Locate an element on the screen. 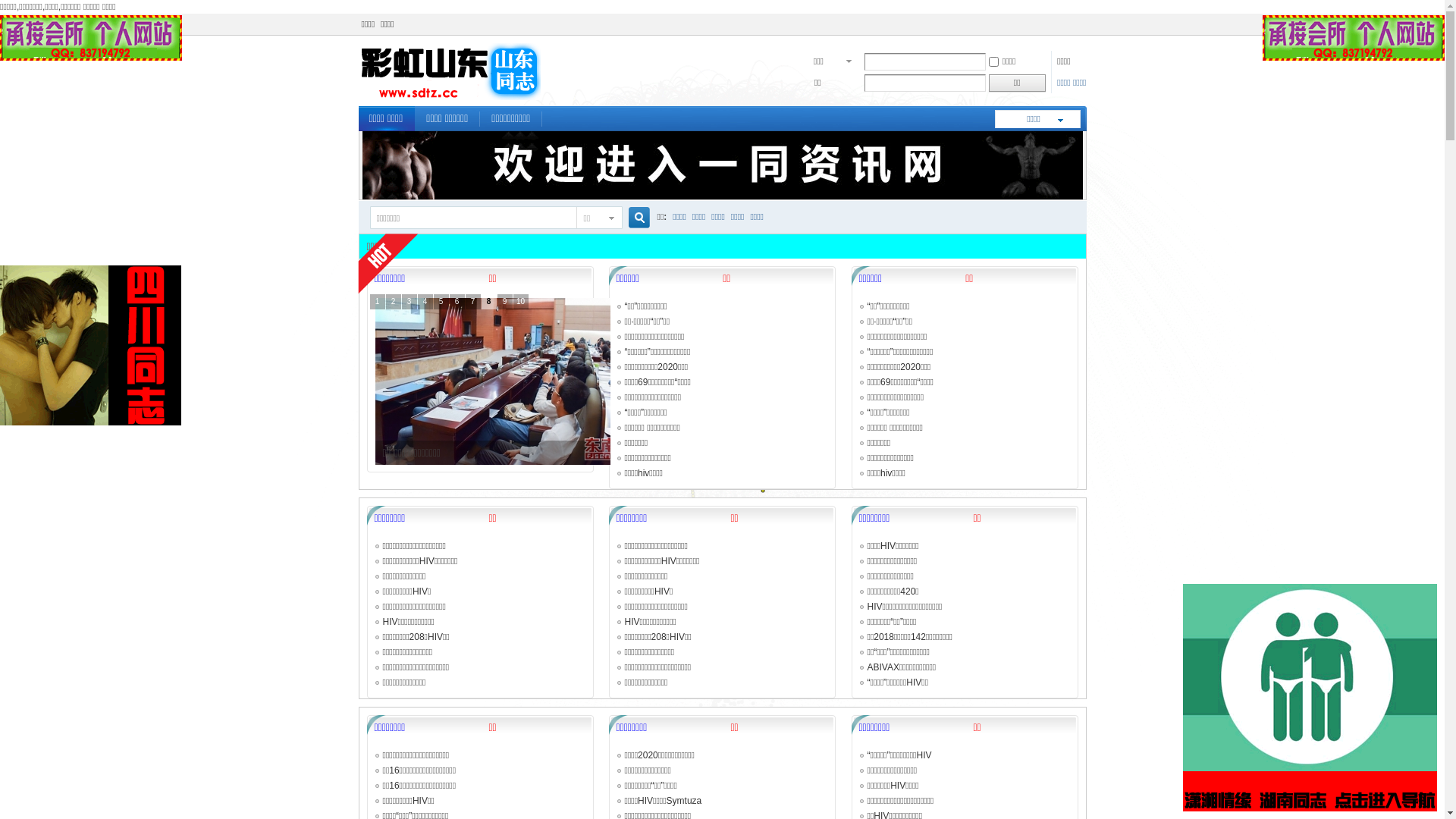  'true' is located at coordinates (632, 218).